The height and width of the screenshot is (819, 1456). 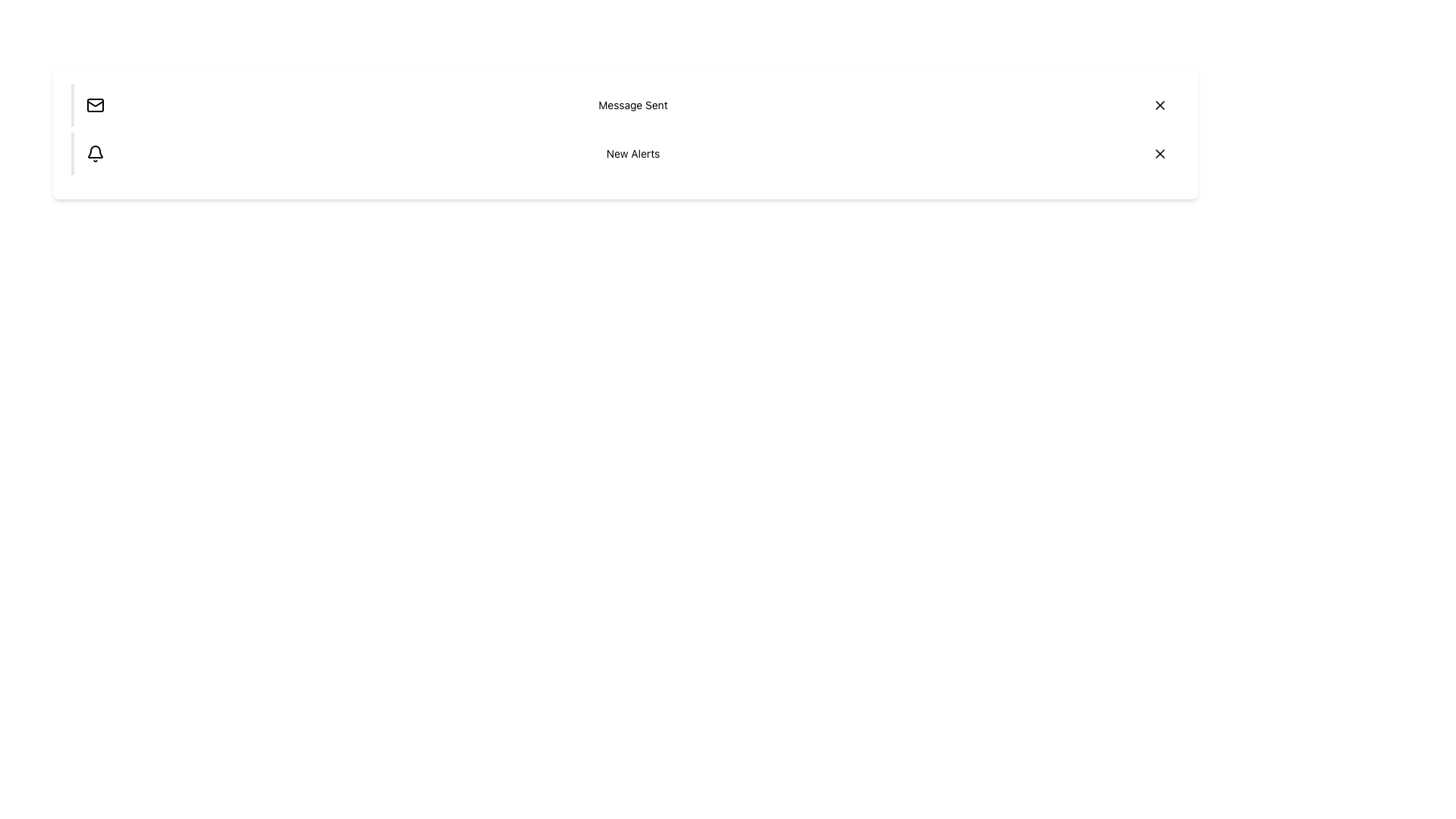 What do you see at coordinates (1159, 104) in the screenshot?
I see `the close icon located at the top-right corner of the interface` at bounding box center [1159, 104].